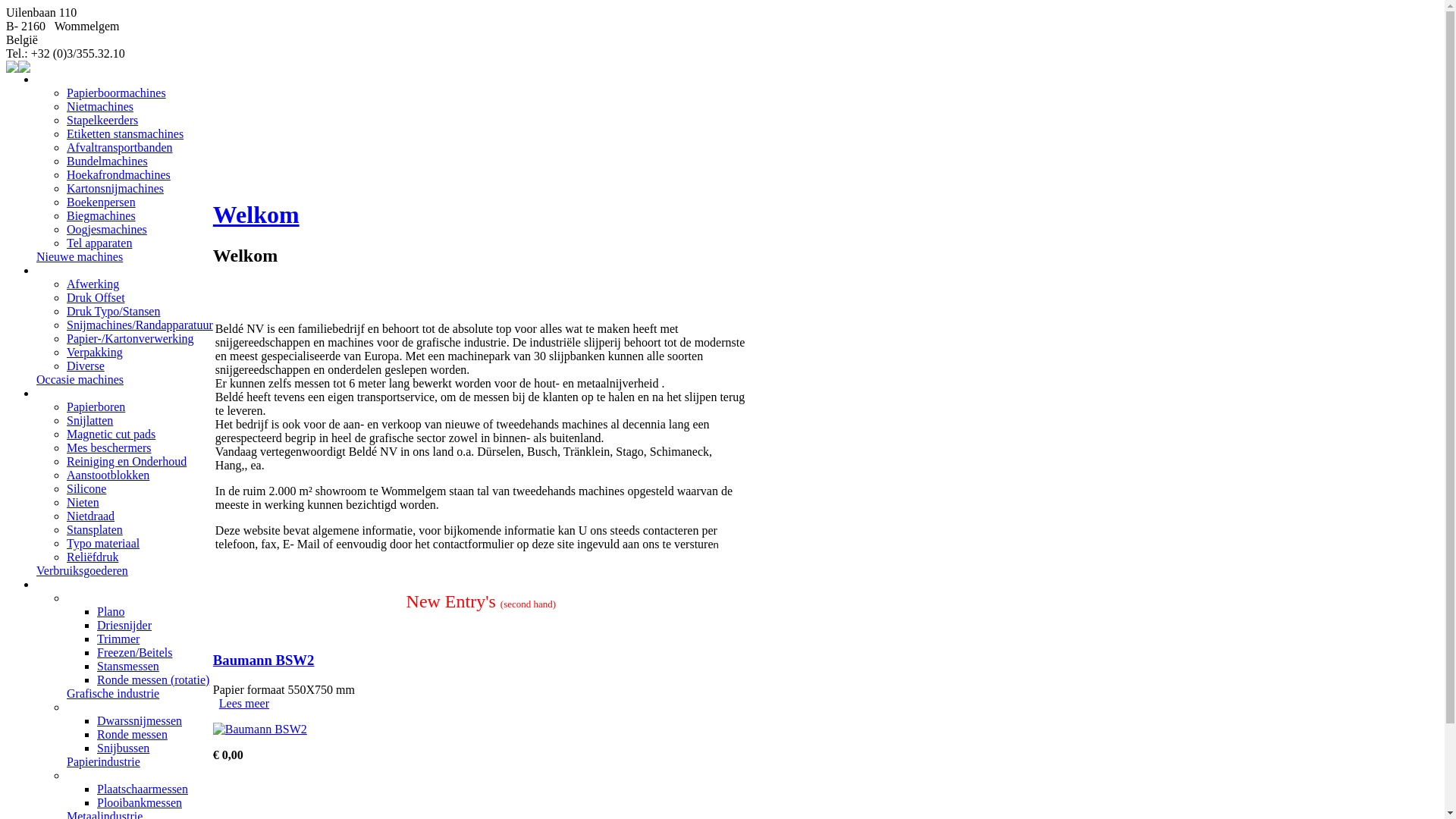 This screenshot has width=1456, height=819. I want to click on 'Nietdraad', so click(89, 515).